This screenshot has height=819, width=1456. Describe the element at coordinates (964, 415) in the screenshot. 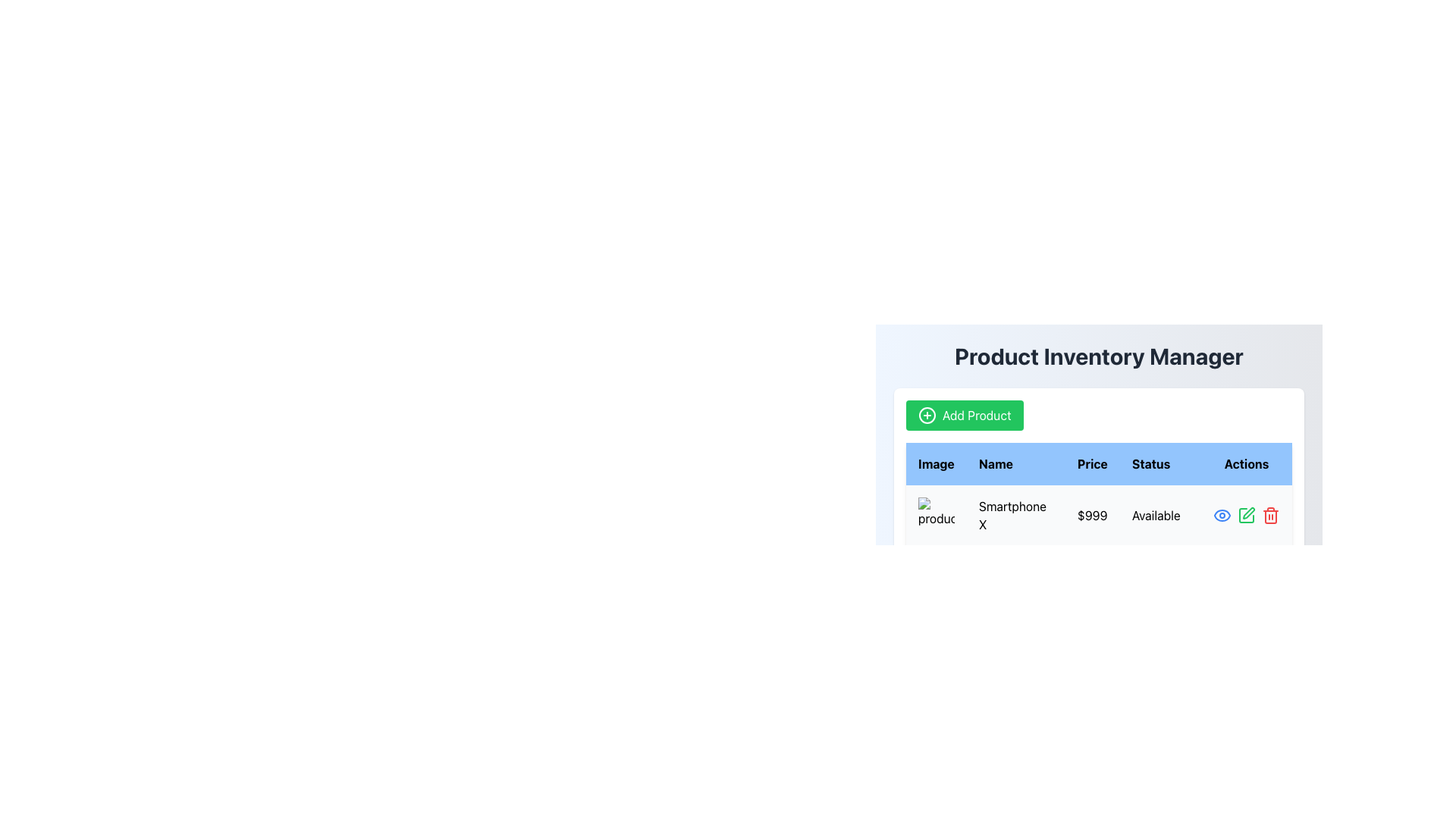

I see `the 'Add New Product' button located at the top left of the 'Product Inventory Manager' section to initiate product addition` at that location.